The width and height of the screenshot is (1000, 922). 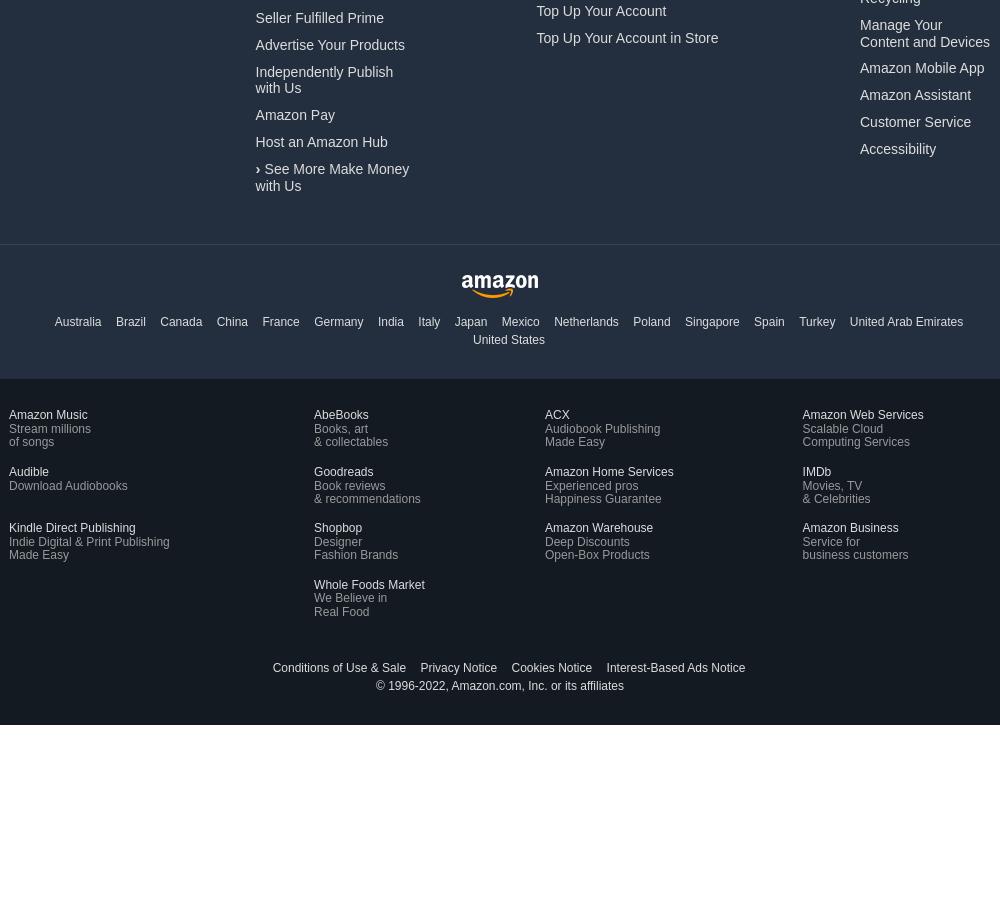 I want to click on 'Independently Publish with Us', so click(x=323, y=79).